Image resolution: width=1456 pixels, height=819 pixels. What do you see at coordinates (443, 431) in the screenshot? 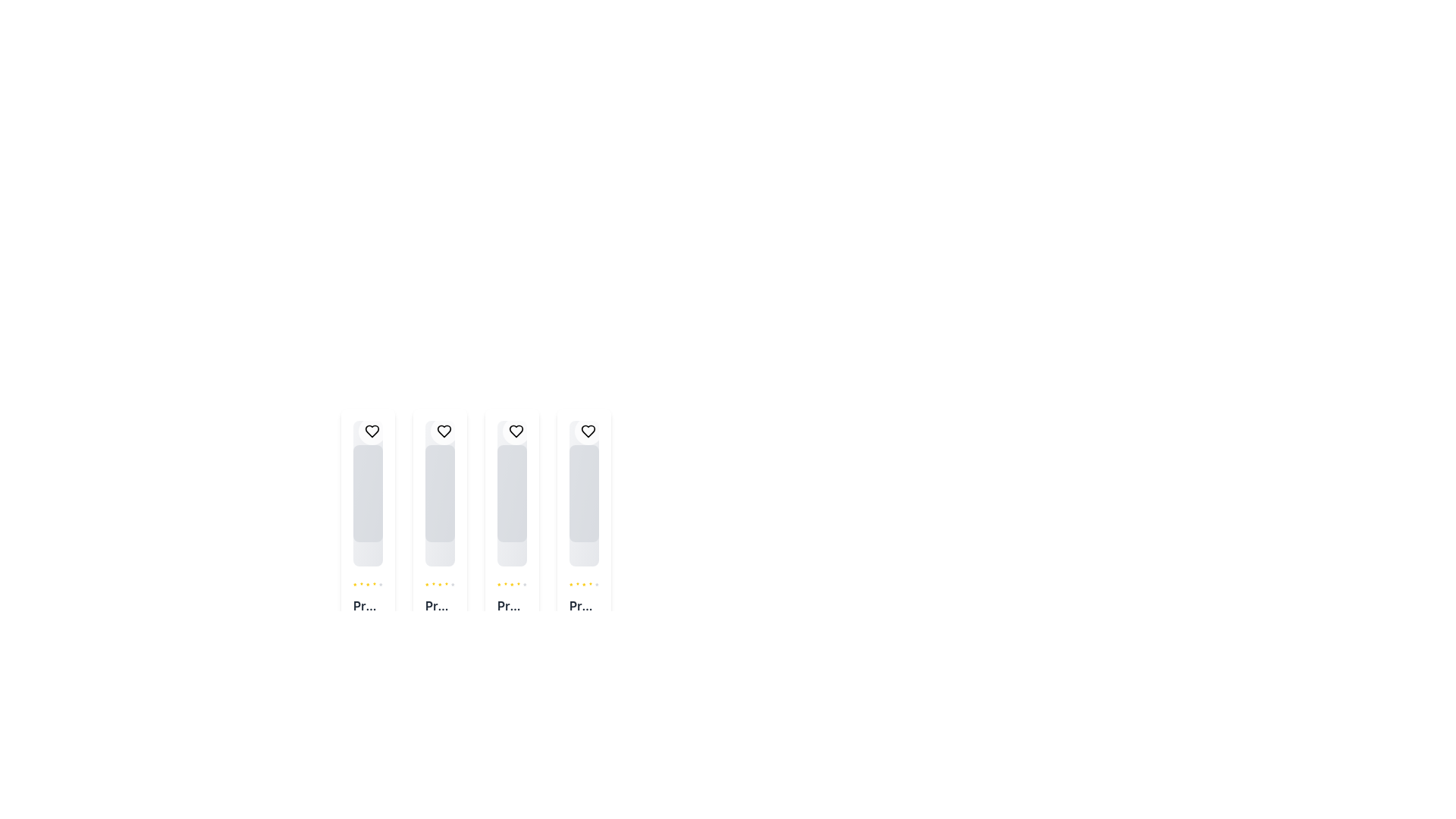
I see `the heart-shaped icon outlined in black` at bounding box center [443, 431].